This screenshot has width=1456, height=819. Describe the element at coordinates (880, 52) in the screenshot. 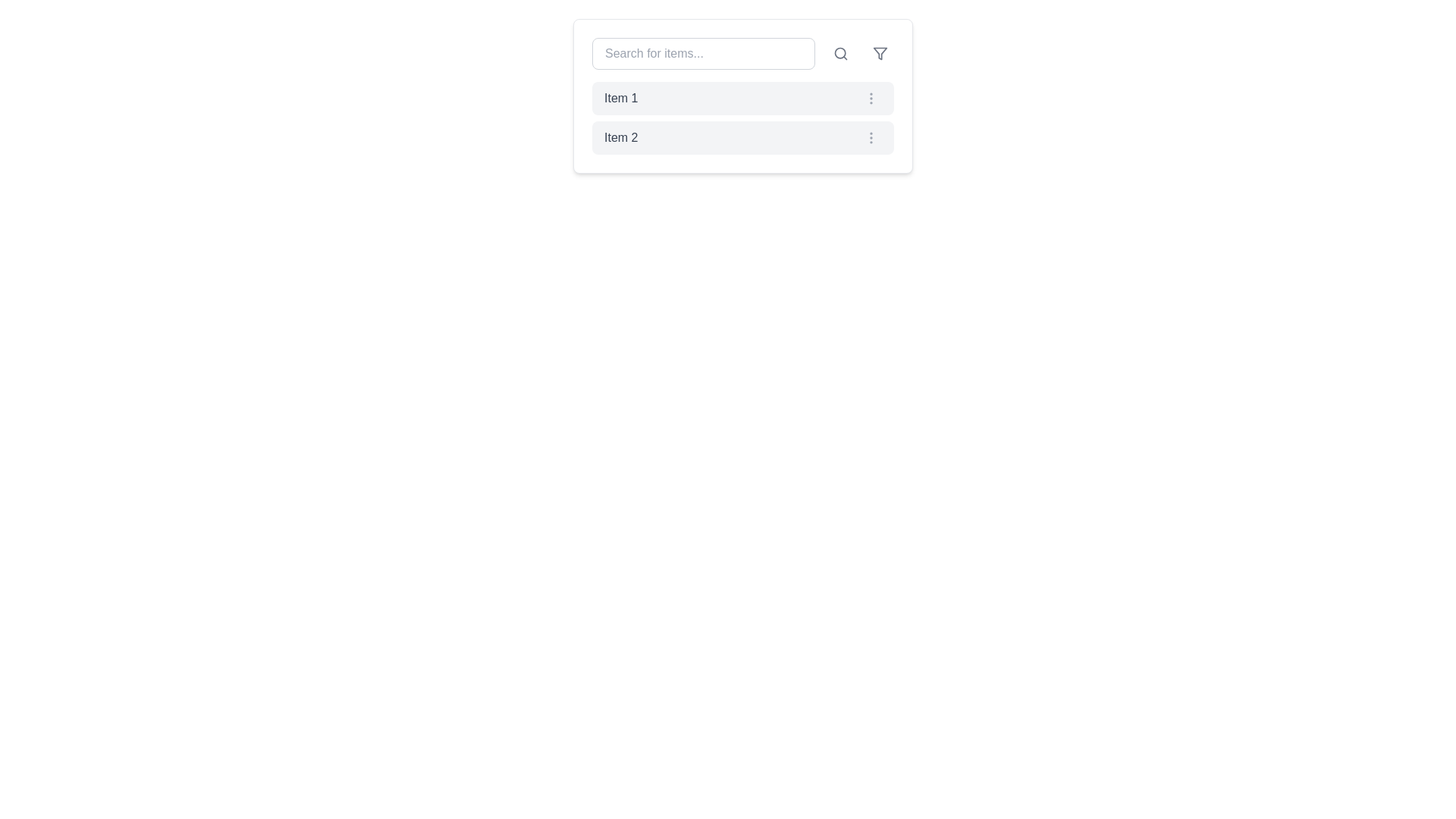

I see `the filter icon located in the top-right corner of the primary interface, adjacent to the search bar` at that location.